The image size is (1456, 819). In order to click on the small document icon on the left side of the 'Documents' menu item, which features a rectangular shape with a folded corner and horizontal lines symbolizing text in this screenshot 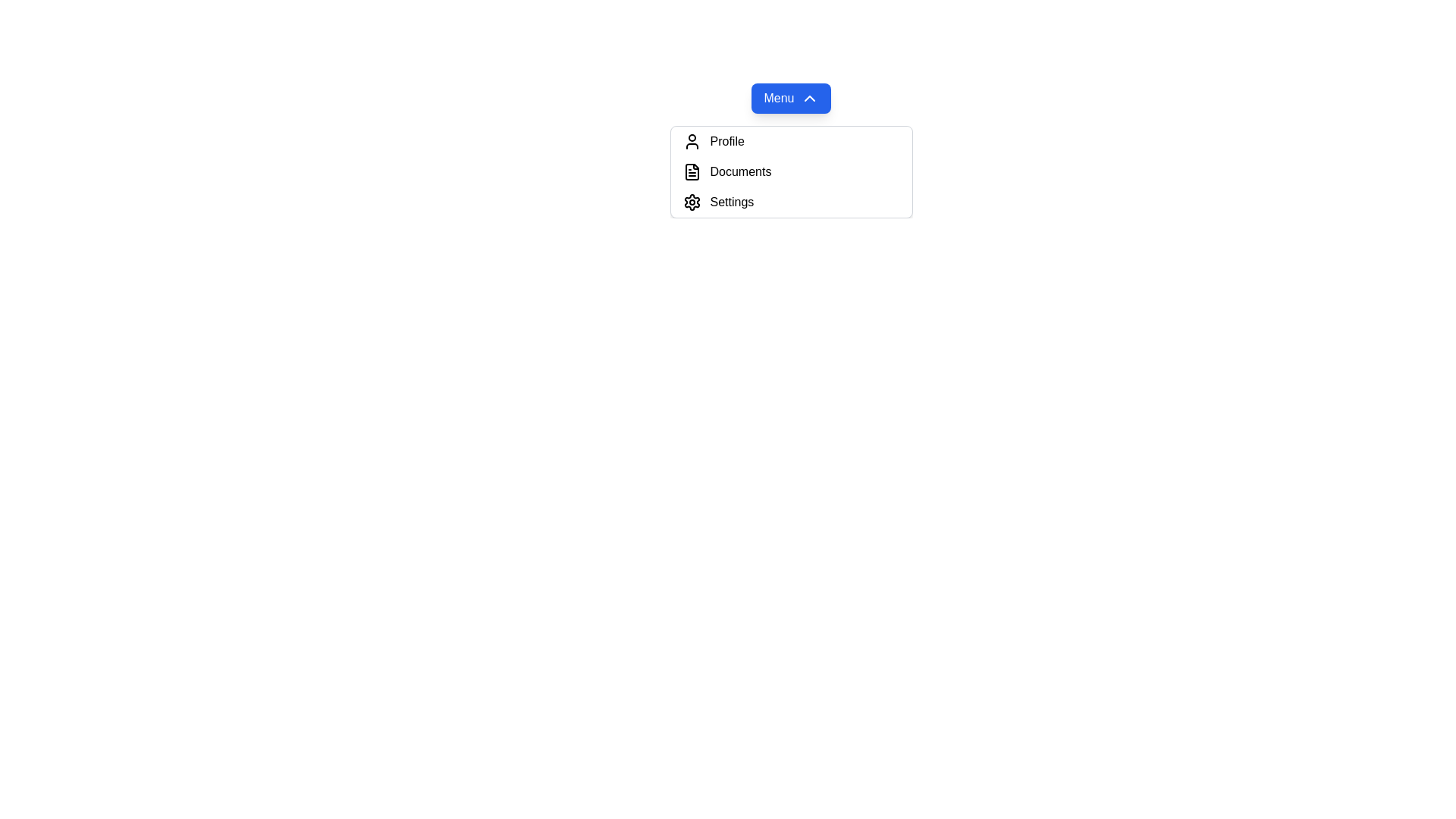, I will do `click(691, 171)`.